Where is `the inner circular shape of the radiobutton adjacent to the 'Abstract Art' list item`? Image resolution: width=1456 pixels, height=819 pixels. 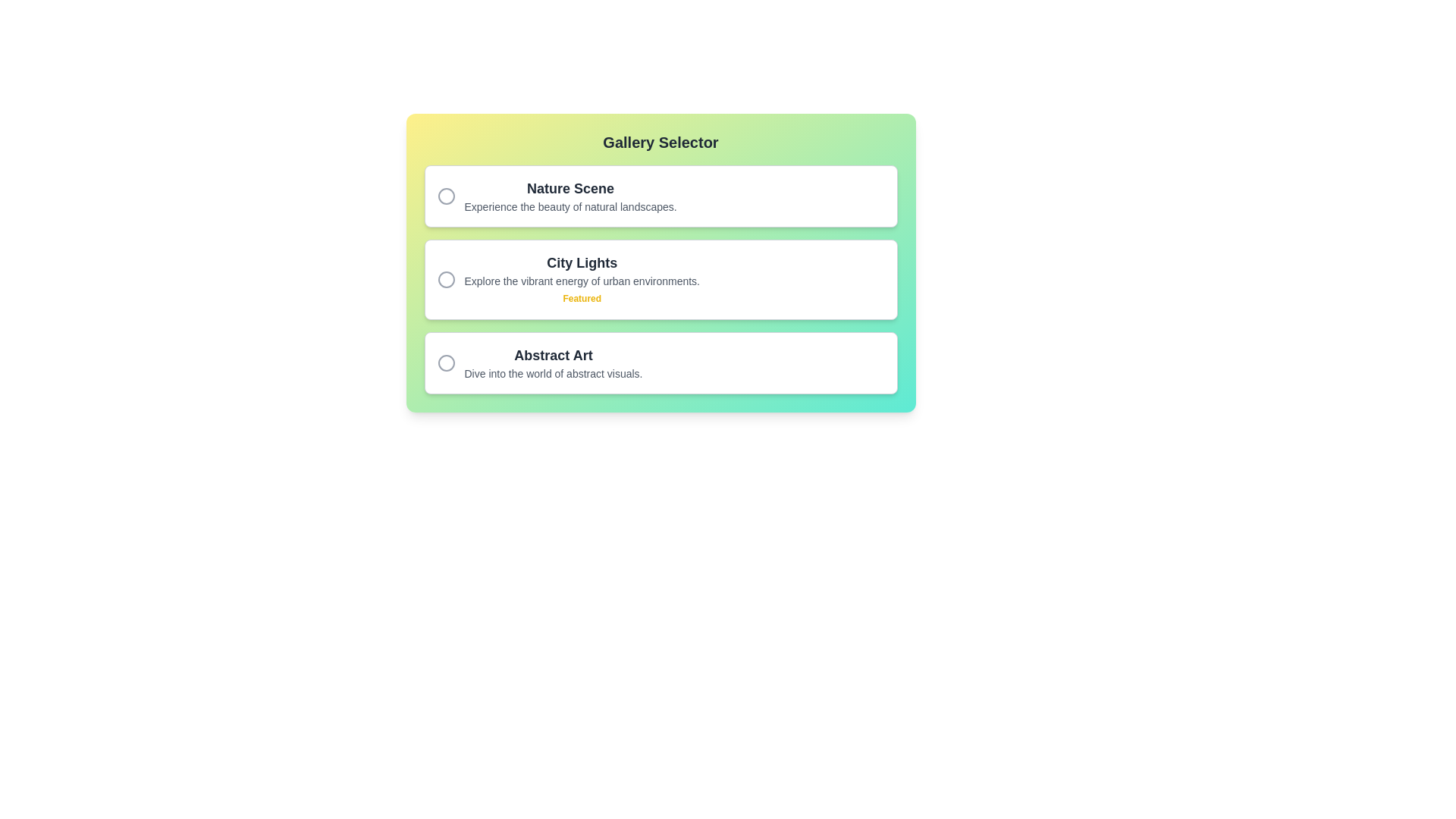
the inner circular shape of the radiobutton adjacent to the 'Abstract Art' list item is located at coordinates (445, 362).